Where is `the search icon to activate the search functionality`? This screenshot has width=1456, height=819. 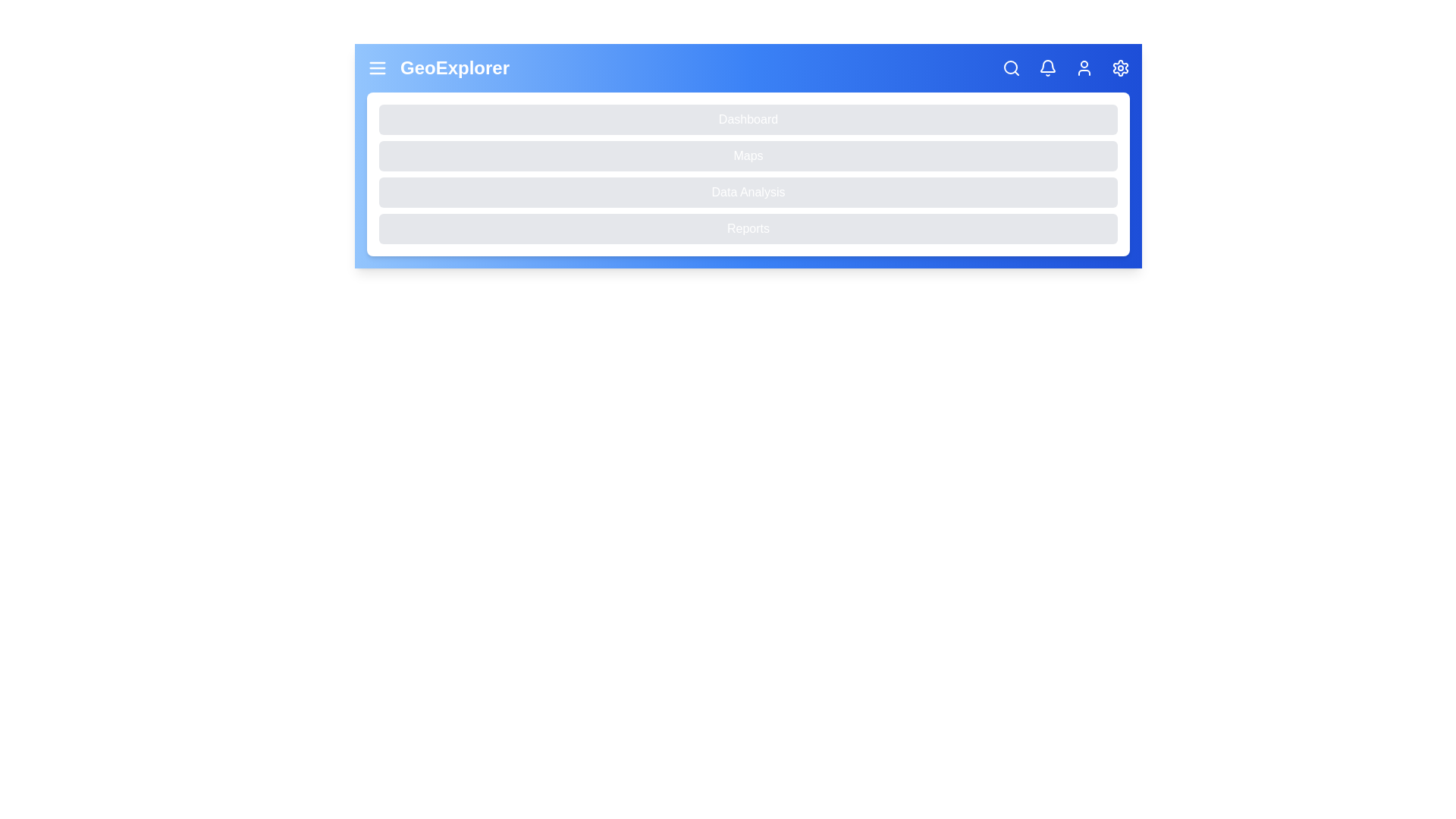 the search icon to activate the search functionality is located at coordinates (1012, 67).